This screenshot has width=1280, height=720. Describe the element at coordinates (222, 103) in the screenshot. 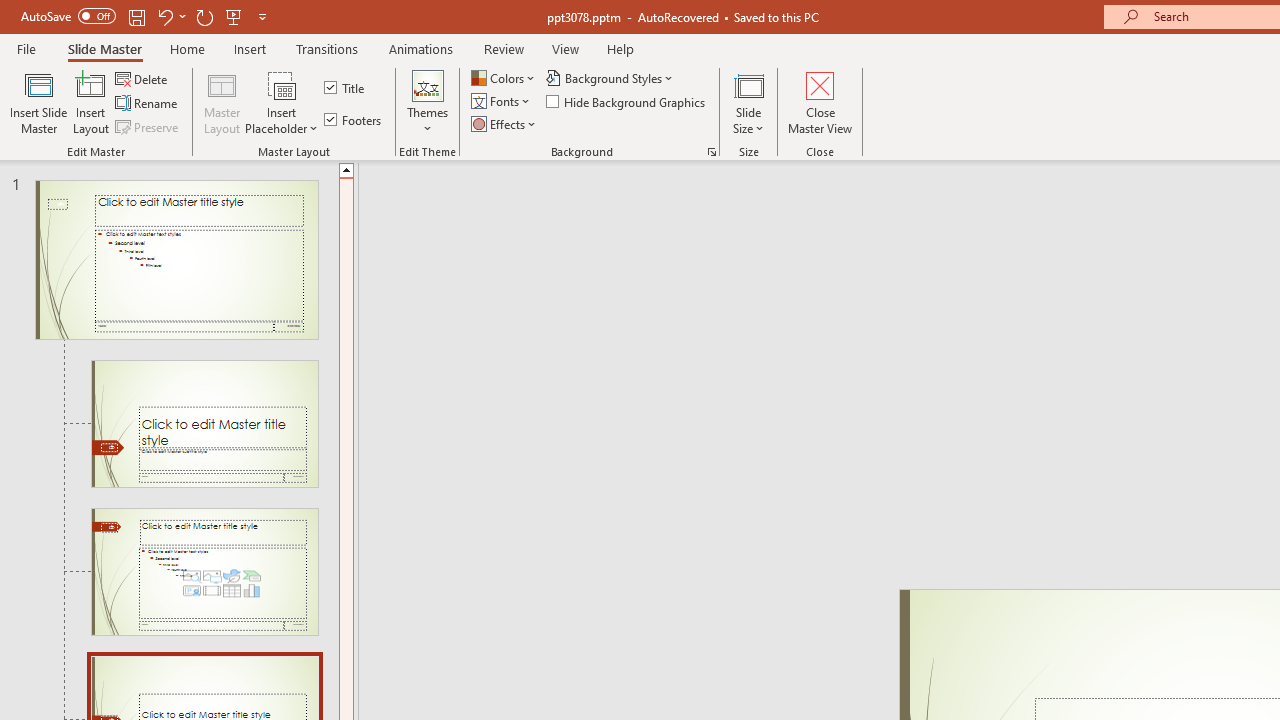

I see `'Master Layout...'` at that location.